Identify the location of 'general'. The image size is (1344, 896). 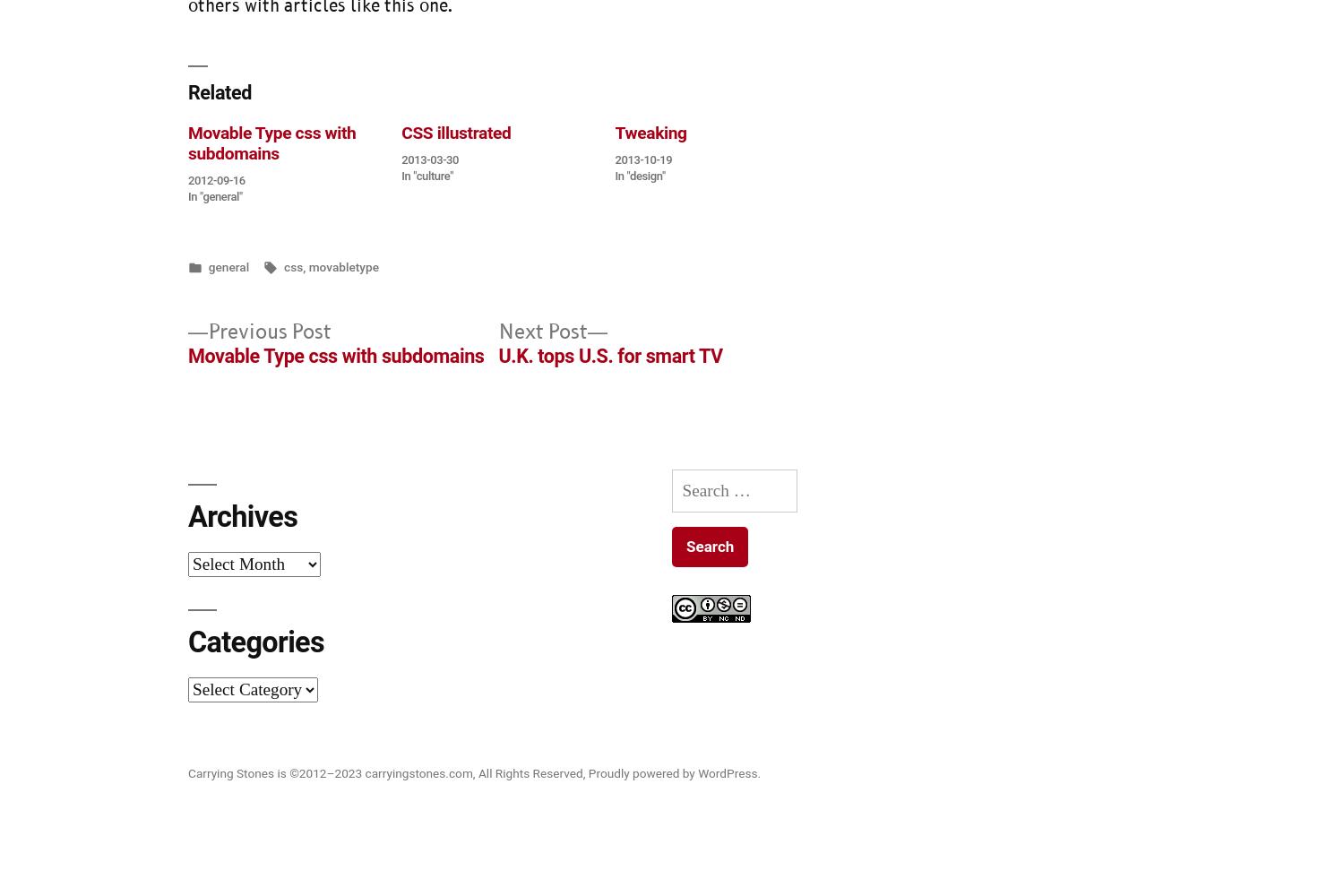
(228, 266).